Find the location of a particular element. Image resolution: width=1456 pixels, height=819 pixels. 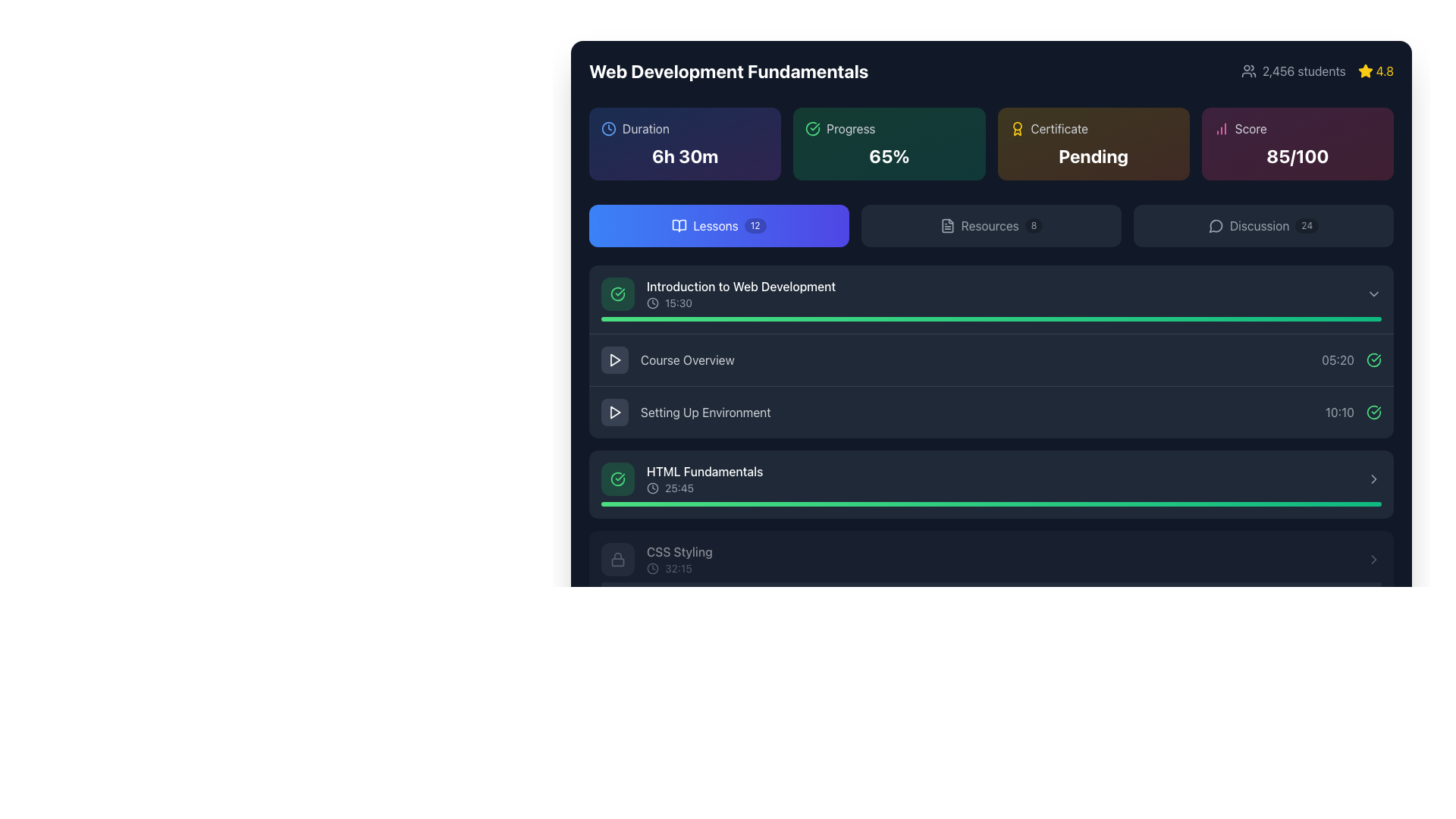

the context from the accompanying icon of the informational label located is located at coordinates (1094, 127).